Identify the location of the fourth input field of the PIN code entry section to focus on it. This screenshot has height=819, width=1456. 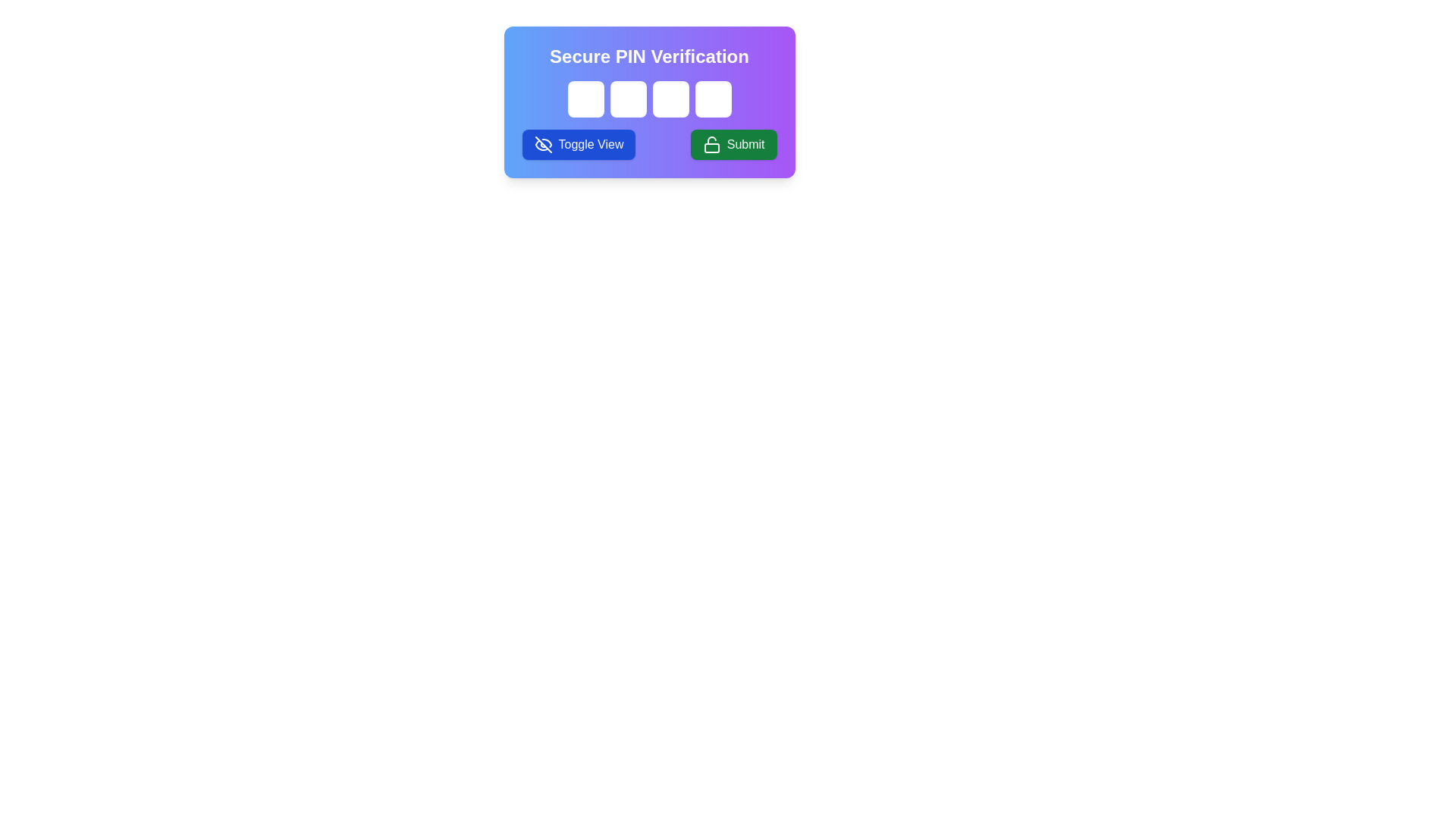
(712, 99).